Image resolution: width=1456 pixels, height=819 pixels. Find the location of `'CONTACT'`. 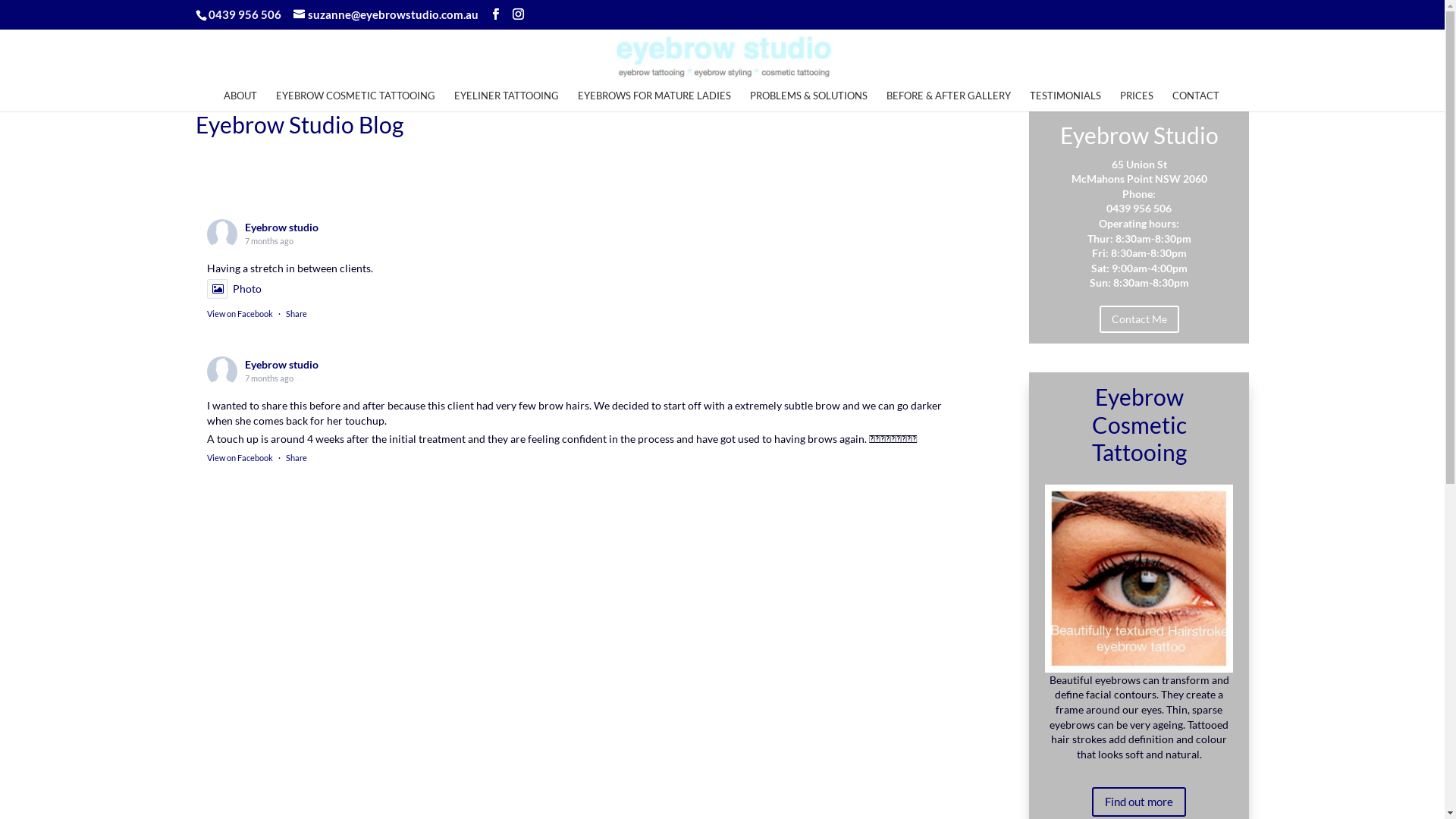

'CONTACT' is located at coordinates (1171, 99).